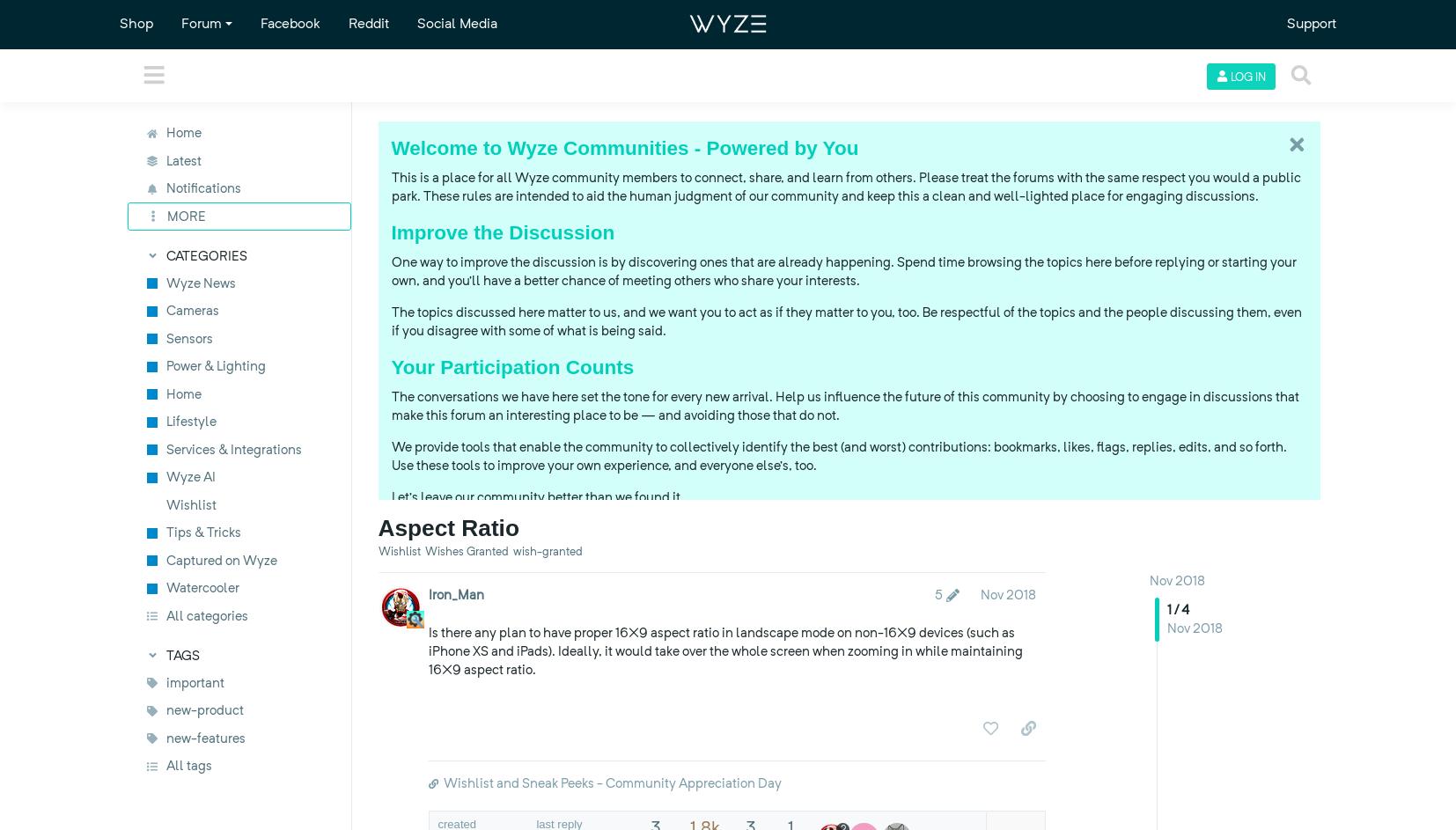 The image size is (1456, 830). I want to click on 'All categories', so click(205, 614).